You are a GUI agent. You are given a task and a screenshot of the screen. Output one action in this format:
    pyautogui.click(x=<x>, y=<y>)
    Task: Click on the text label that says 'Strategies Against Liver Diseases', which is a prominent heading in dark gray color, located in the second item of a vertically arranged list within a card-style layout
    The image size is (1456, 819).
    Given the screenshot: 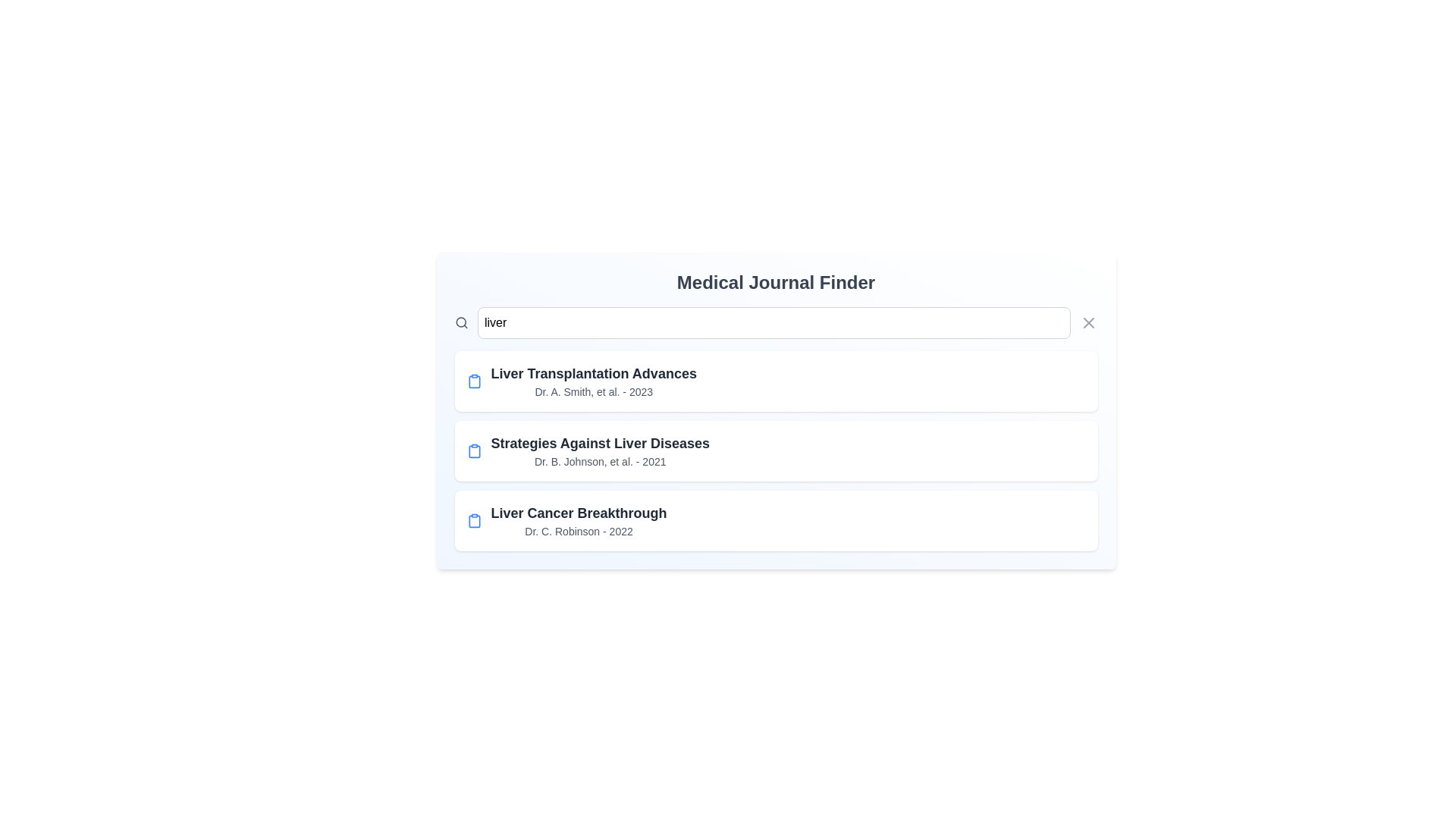 What is the action you would take?
    pyautogui.click(x=599, y=444)
    